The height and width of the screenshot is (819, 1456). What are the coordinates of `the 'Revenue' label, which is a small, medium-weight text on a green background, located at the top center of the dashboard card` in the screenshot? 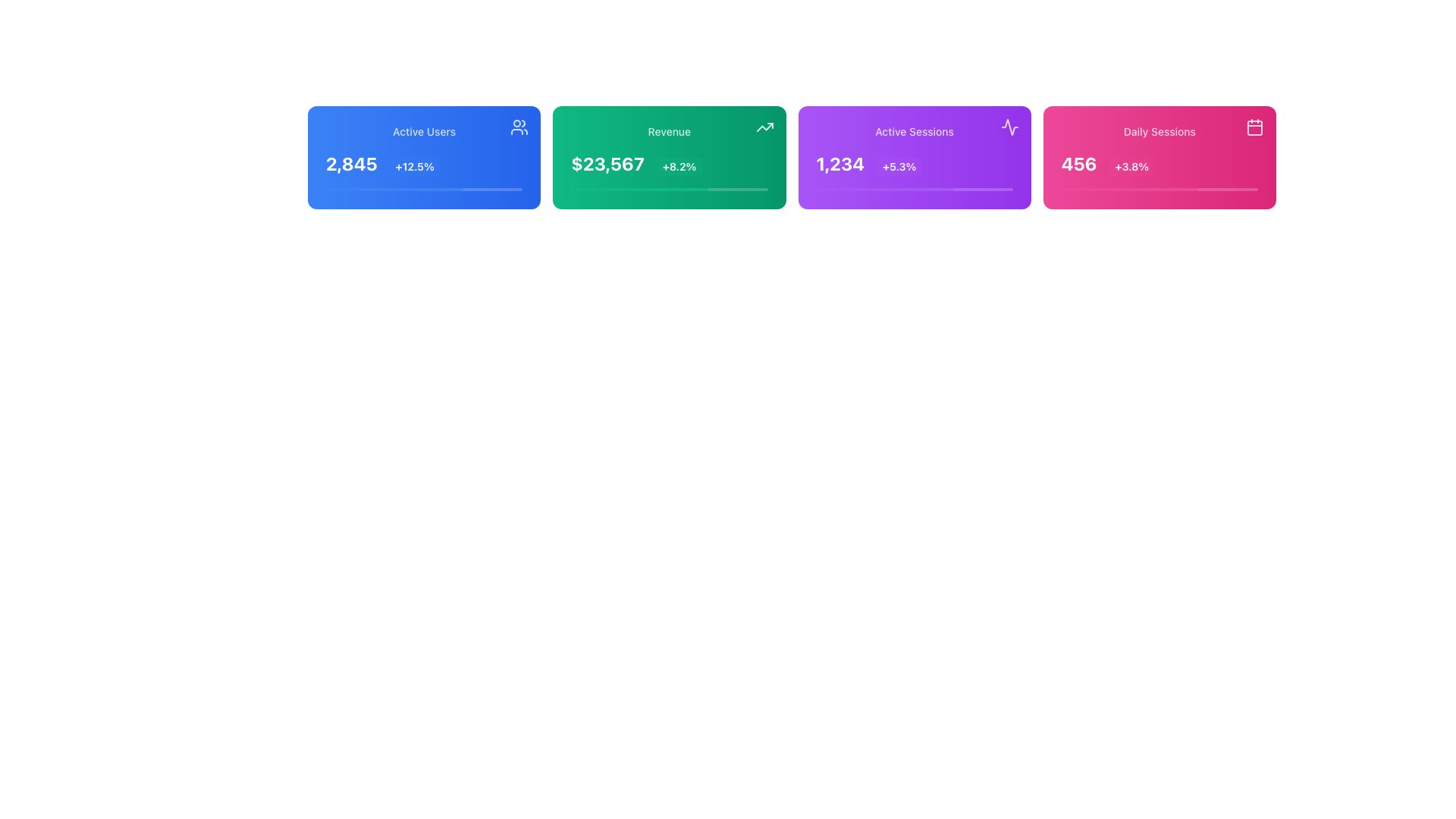 It's located at (668, 130).